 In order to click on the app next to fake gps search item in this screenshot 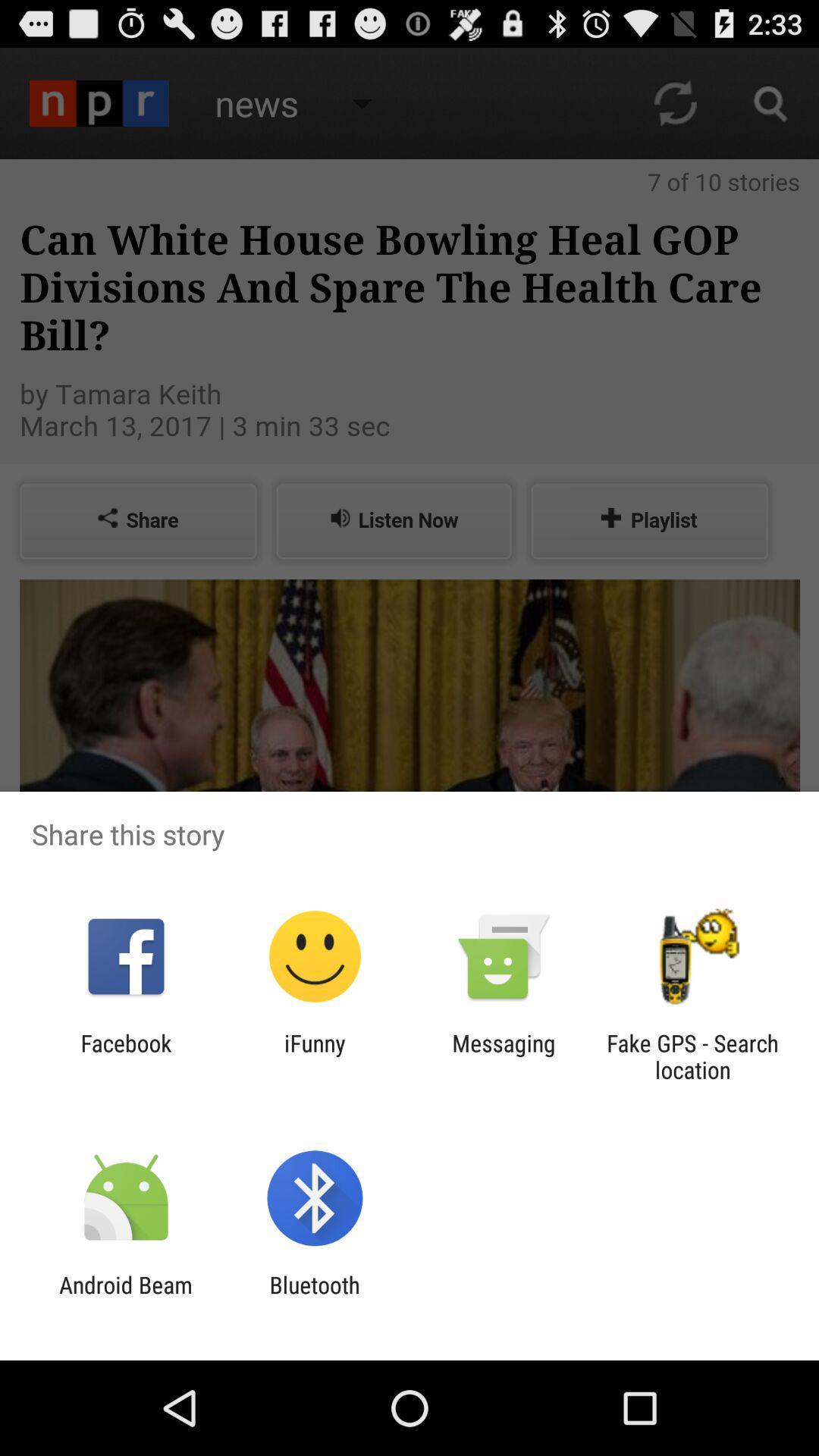, I will do `click(504, 1056)`.